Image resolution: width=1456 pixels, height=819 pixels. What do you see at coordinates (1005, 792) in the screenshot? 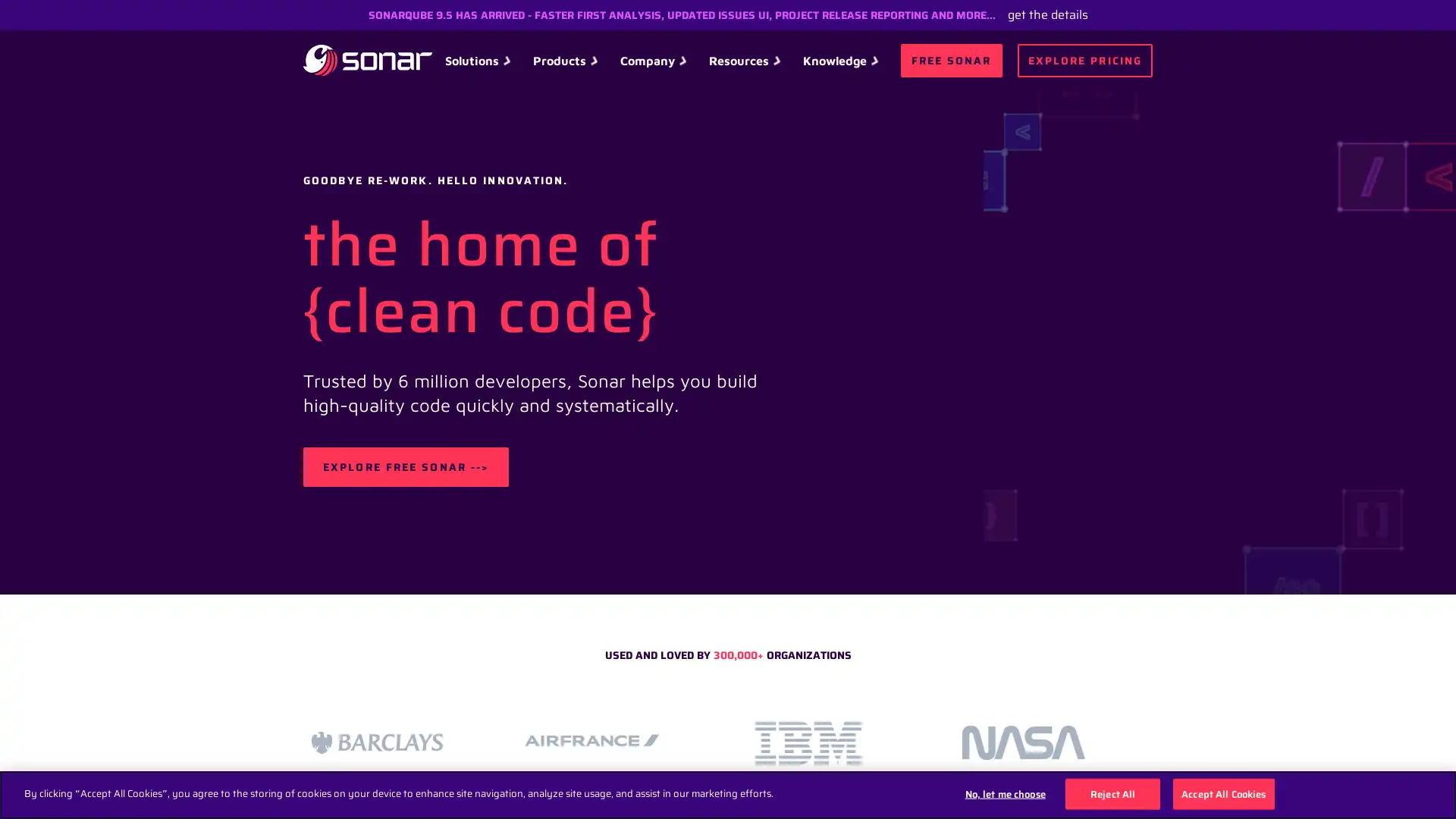
I see `No, let me choose` at bounding box center [1005, 792].